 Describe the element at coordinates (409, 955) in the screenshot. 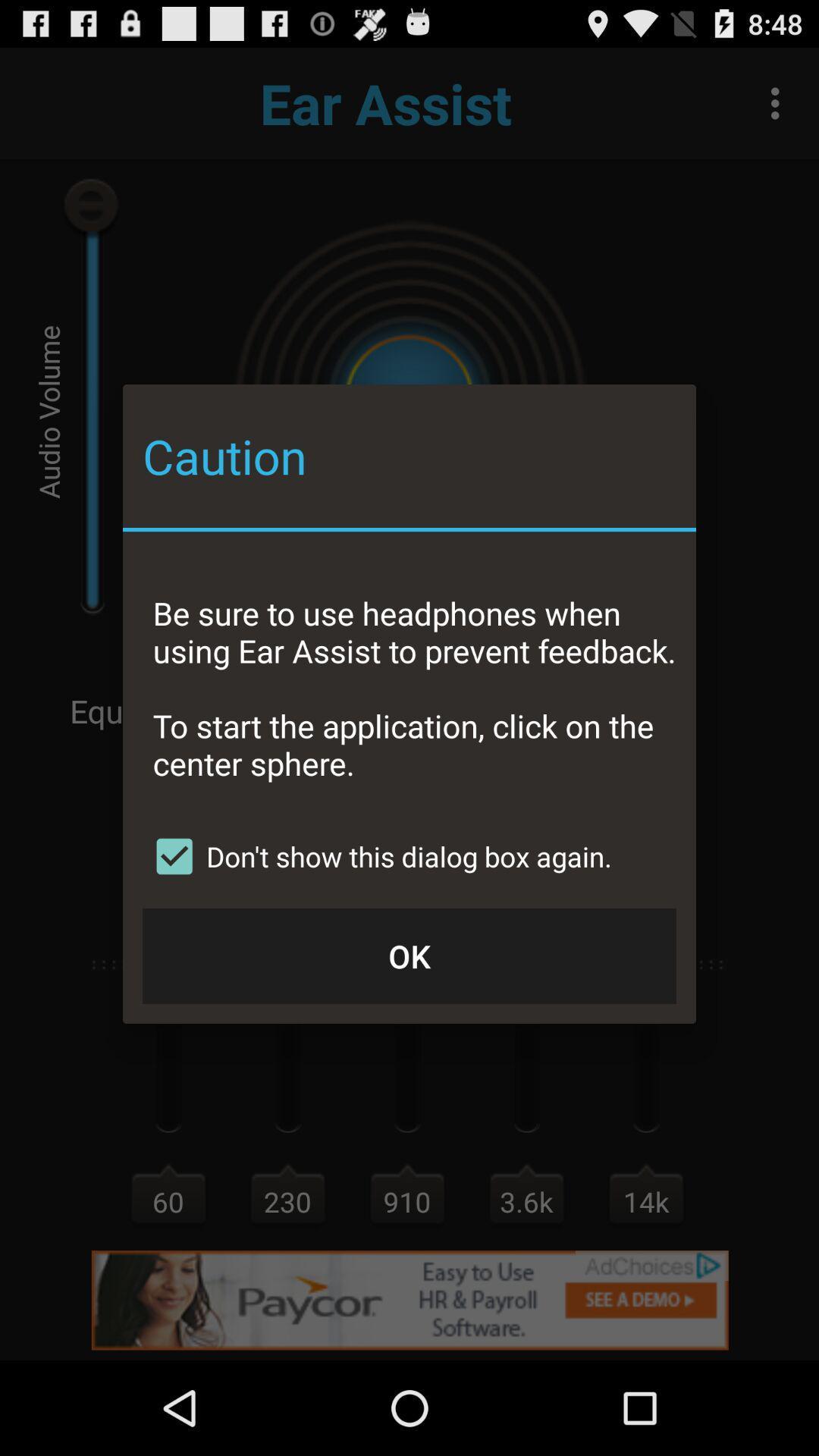

I see `the item below don t show` at that location.